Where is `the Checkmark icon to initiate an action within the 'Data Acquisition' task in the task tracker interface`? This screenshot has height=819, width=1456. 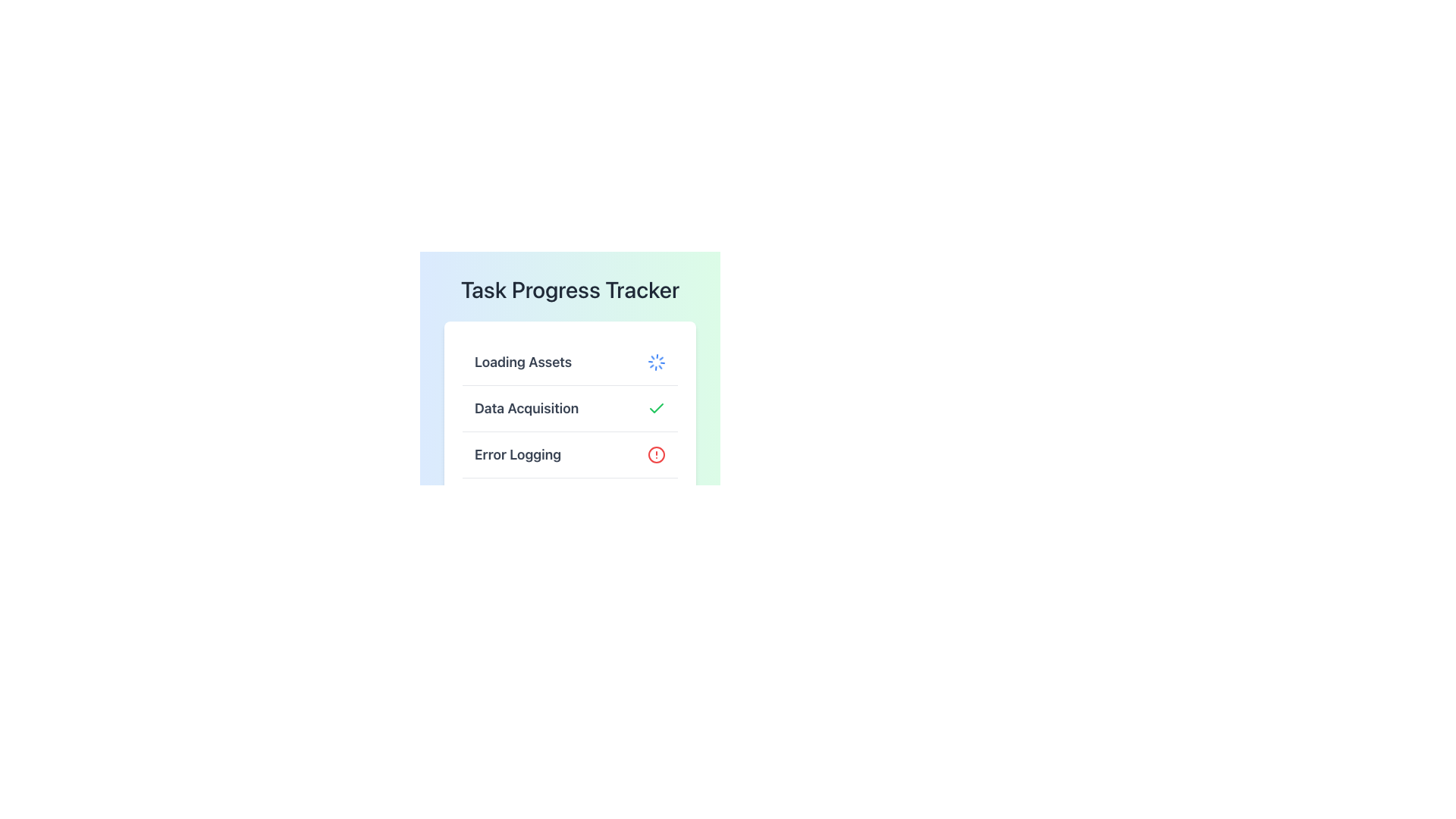
the Checkmark icon to initiate an action within the 'Data Acquisition' task in the task tracker interface is located at coordinates (656, 408).